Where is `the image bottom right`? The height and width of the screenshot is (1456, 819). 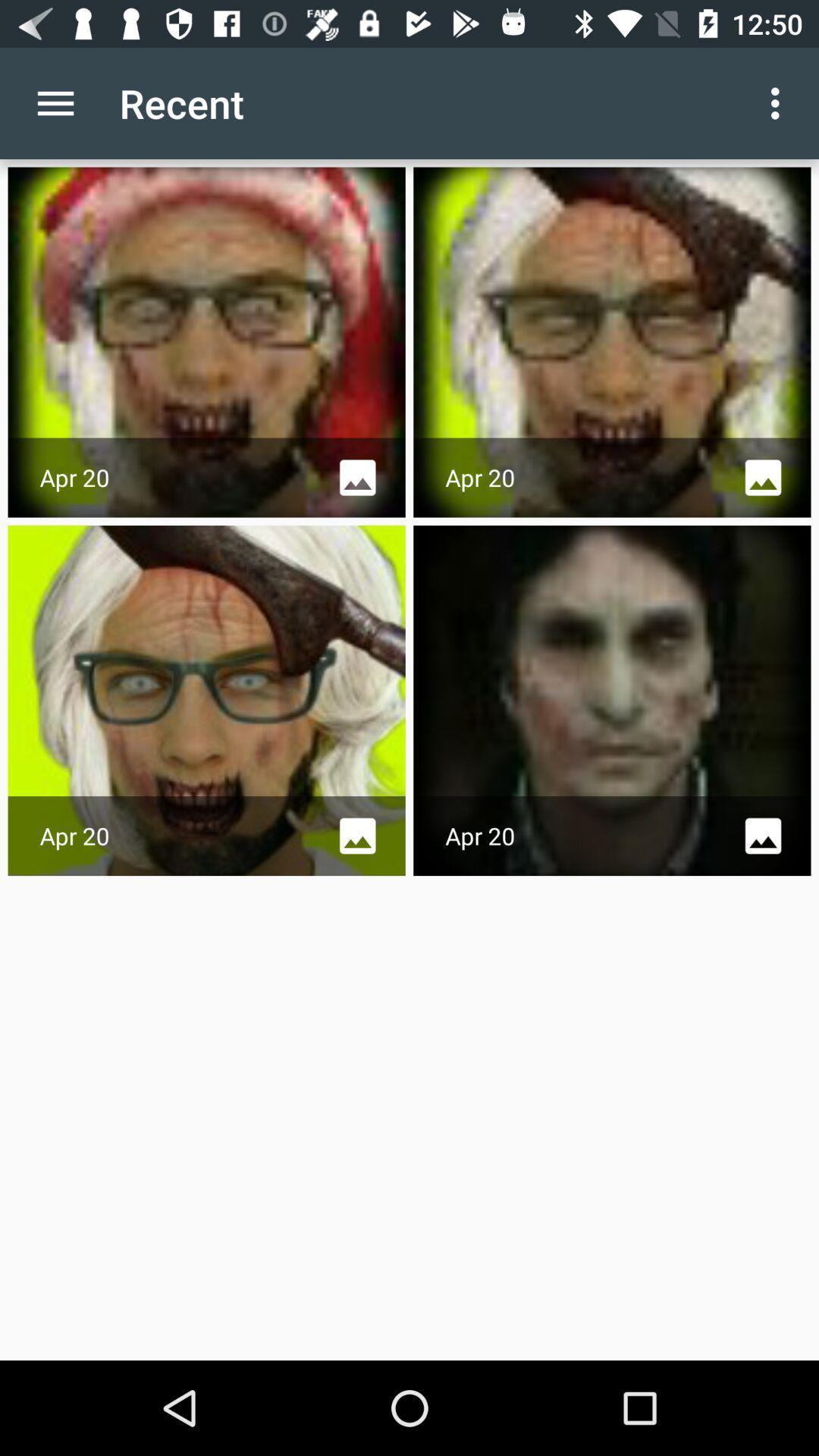 the image bottom right is located at coordinates (611, 700).